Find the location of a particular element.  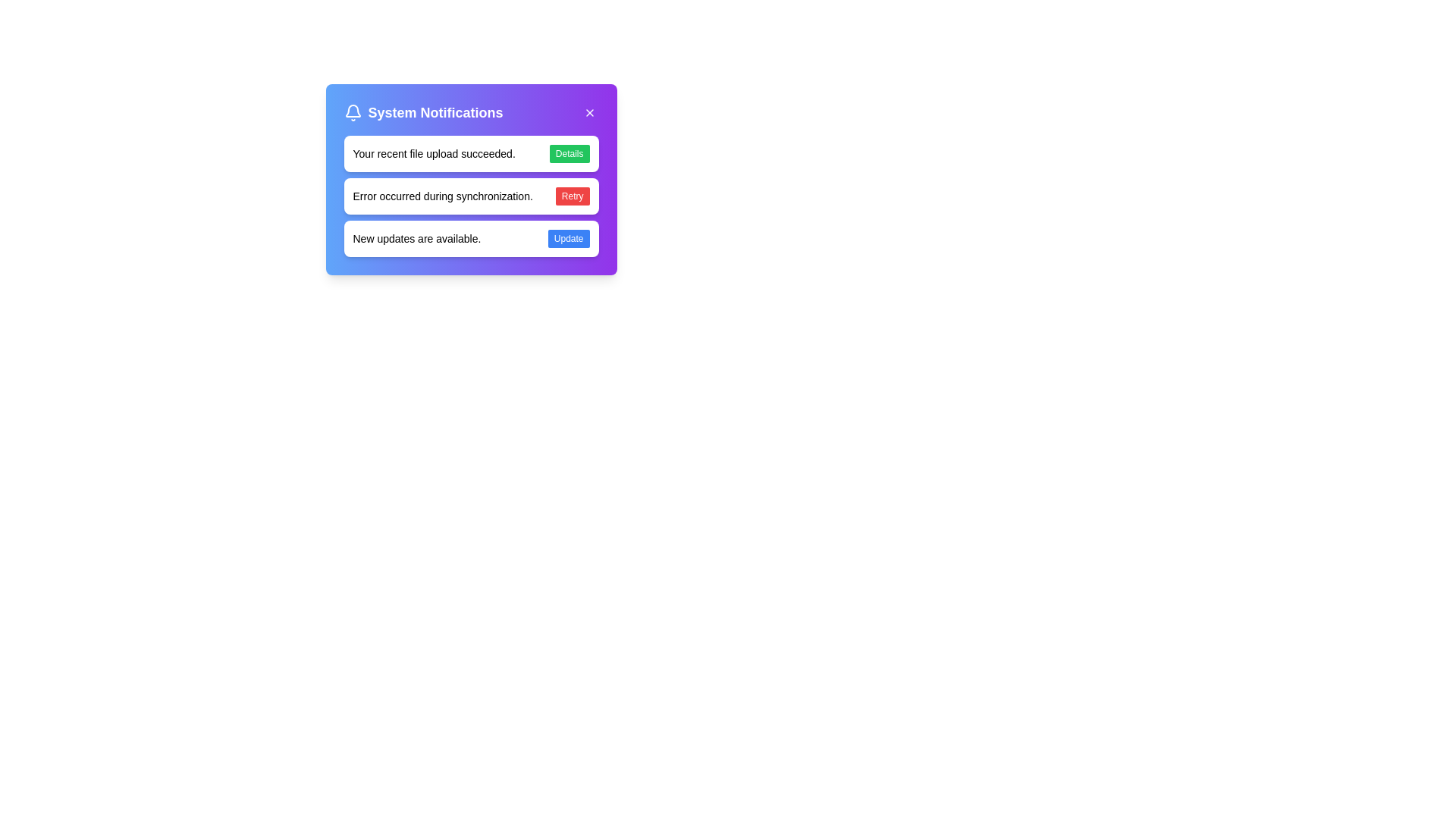

the 'Update' button, which is a small rectangular button with a blue background and white text, located on the far right of the notification box that states 'New updates are available.' is located at coordinates (568, 239).